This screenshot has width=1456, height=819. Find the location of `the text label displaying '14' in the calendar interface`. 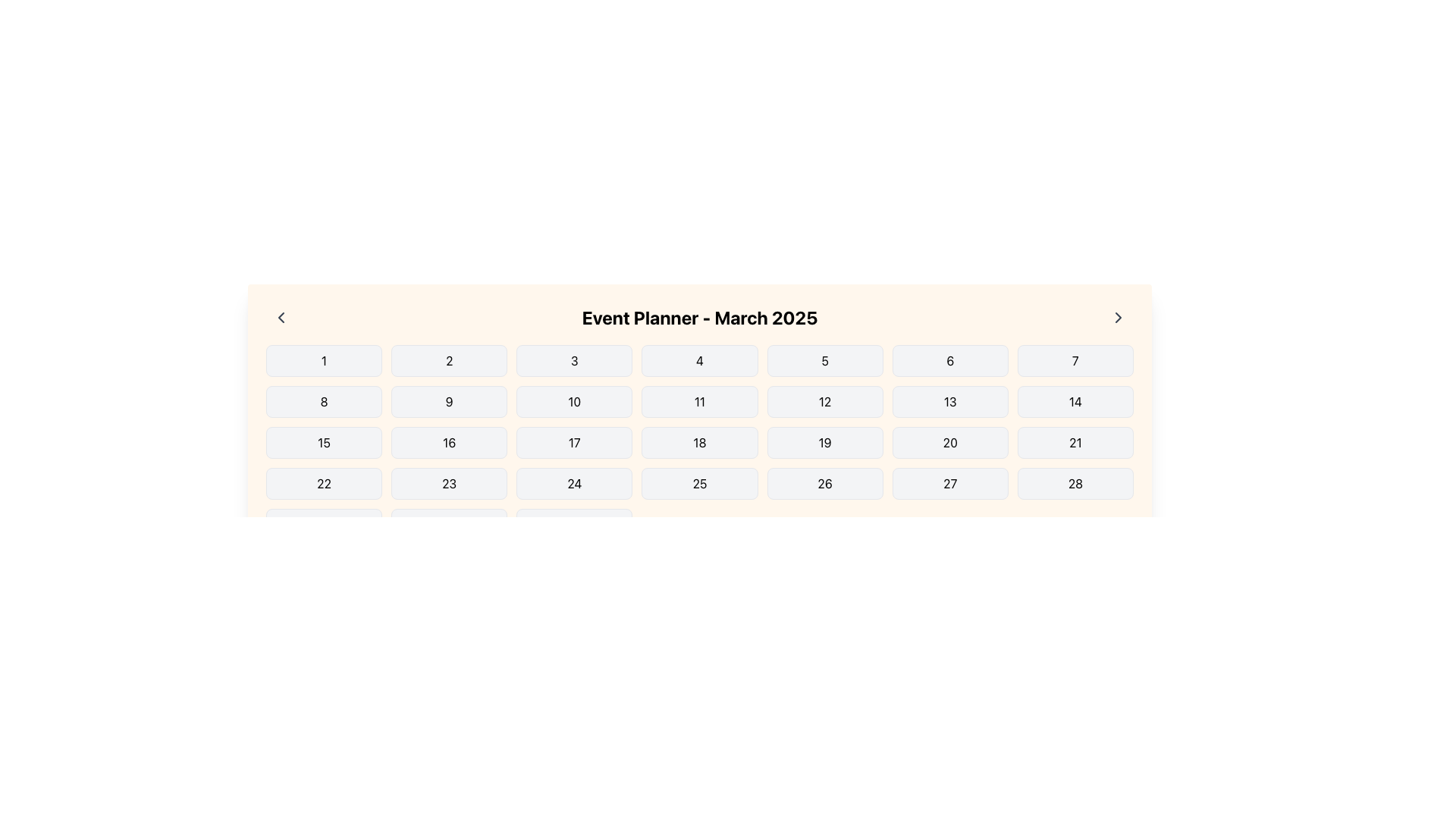

the text label displaying '14' in the calendar interface is located at coordinates (1075, 400).